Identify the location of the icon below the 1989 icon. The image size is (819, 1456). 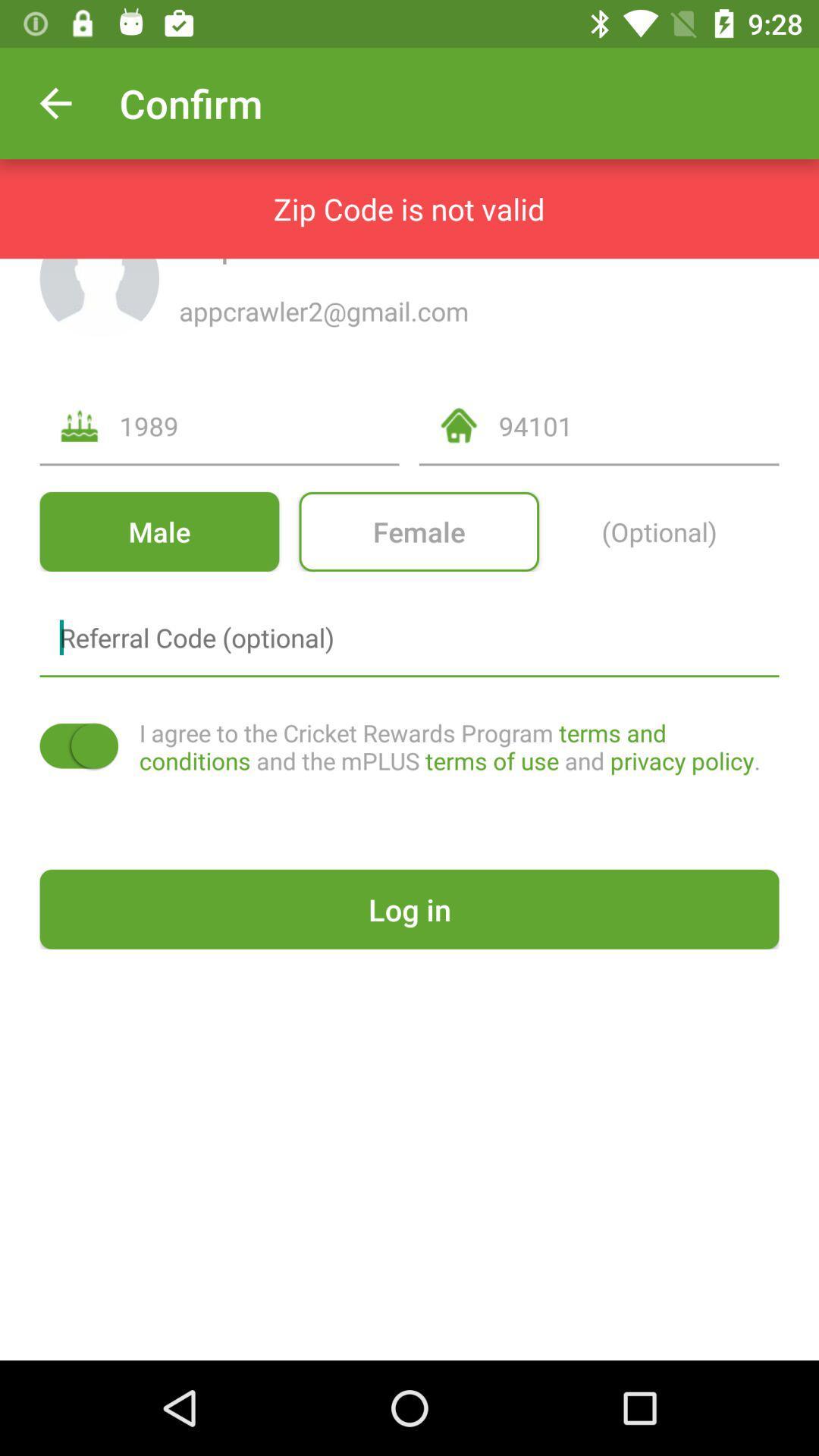
(159, 532).